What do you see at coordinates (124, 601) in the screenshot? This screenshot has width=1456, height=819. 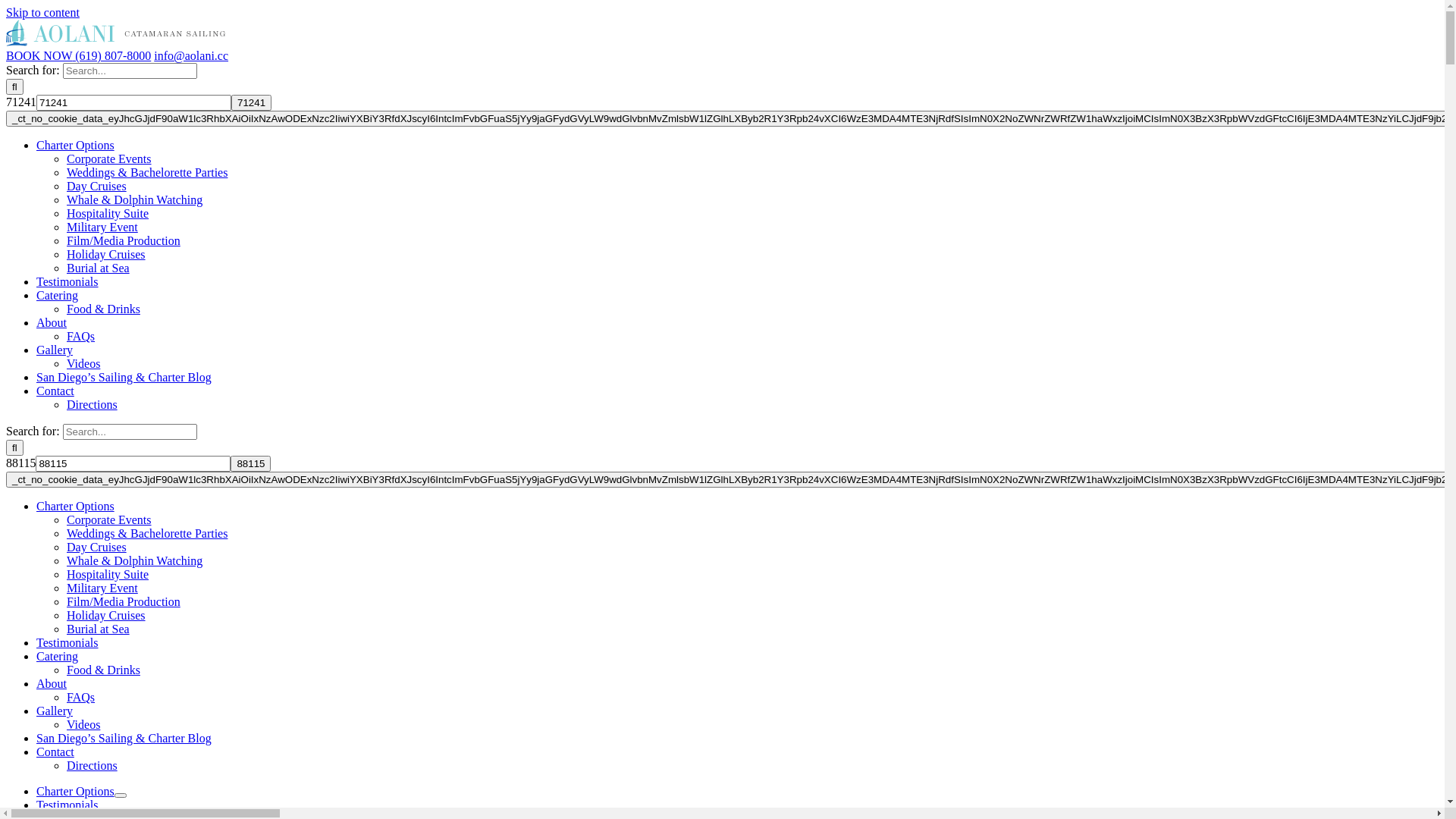 I see `'Film/Media Production'` at bounding box center [124, 601].